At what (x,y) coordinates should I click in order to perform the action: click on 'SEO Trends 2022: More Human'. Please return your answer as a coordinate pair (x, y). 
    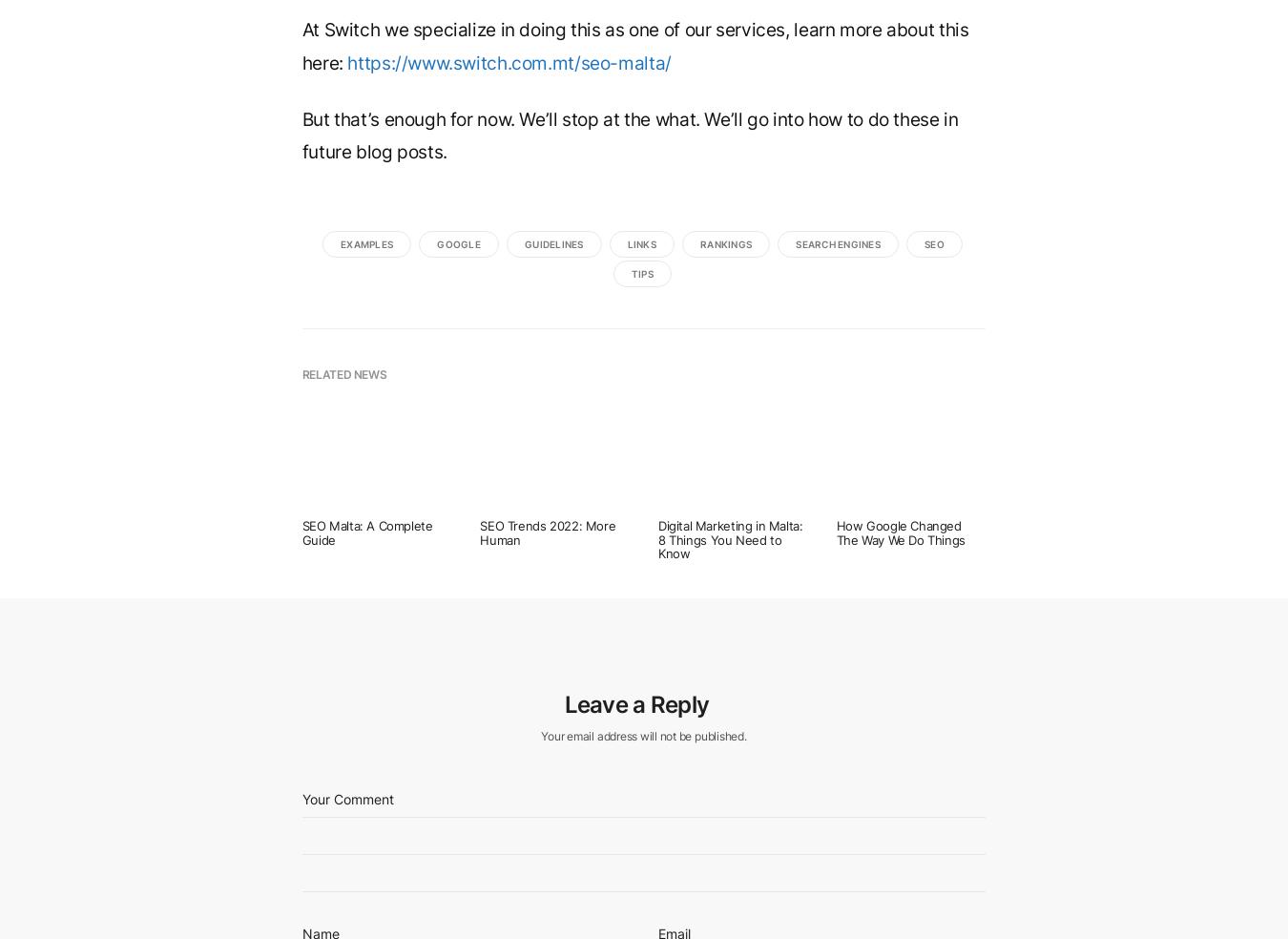
    Looking at the image, I should click on (548, 532).